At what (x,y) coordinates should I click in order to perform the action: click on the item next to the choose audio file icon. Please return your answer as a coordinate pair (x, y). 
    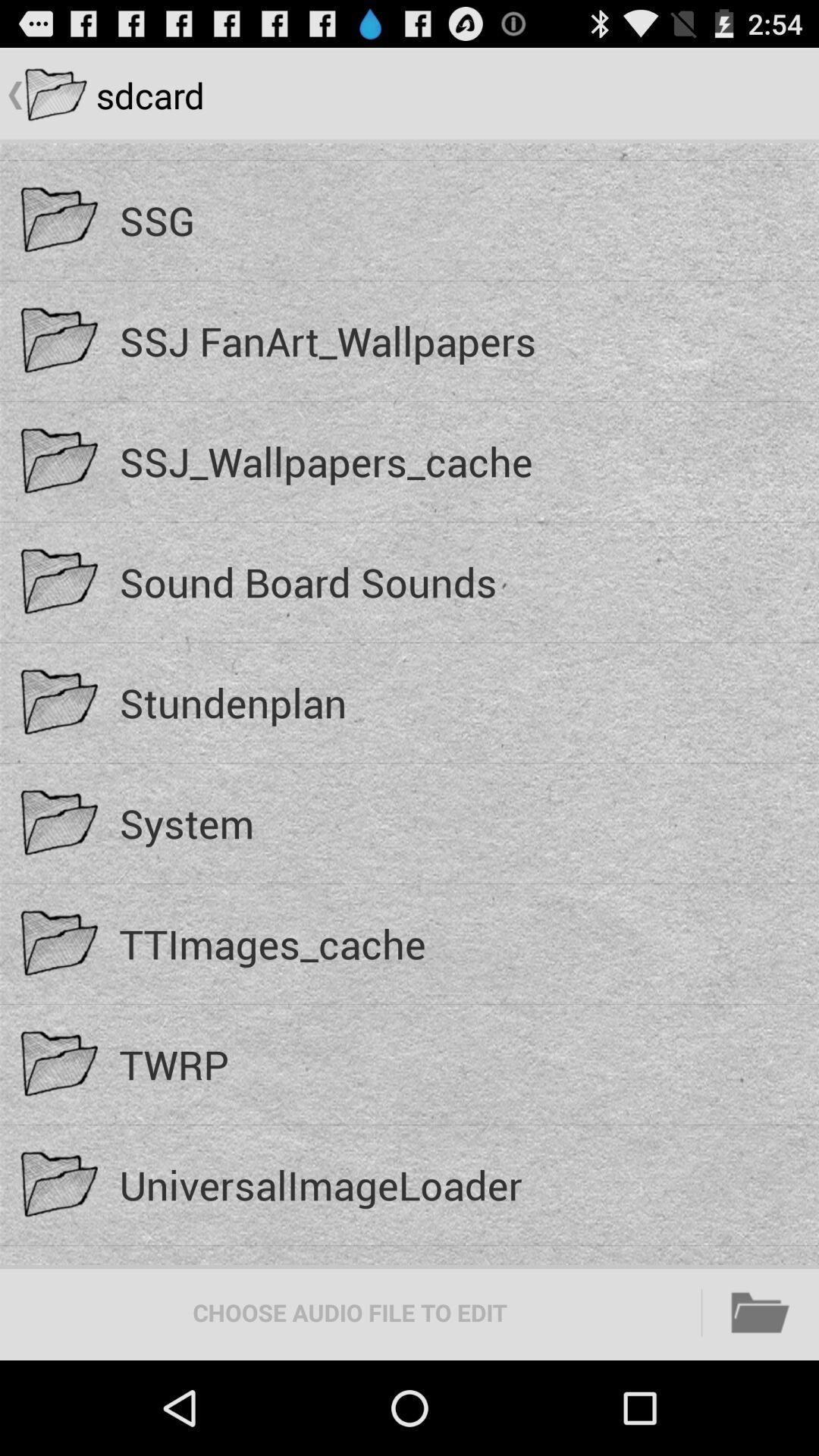
    Looking at the image, I should click on (761, 1312).